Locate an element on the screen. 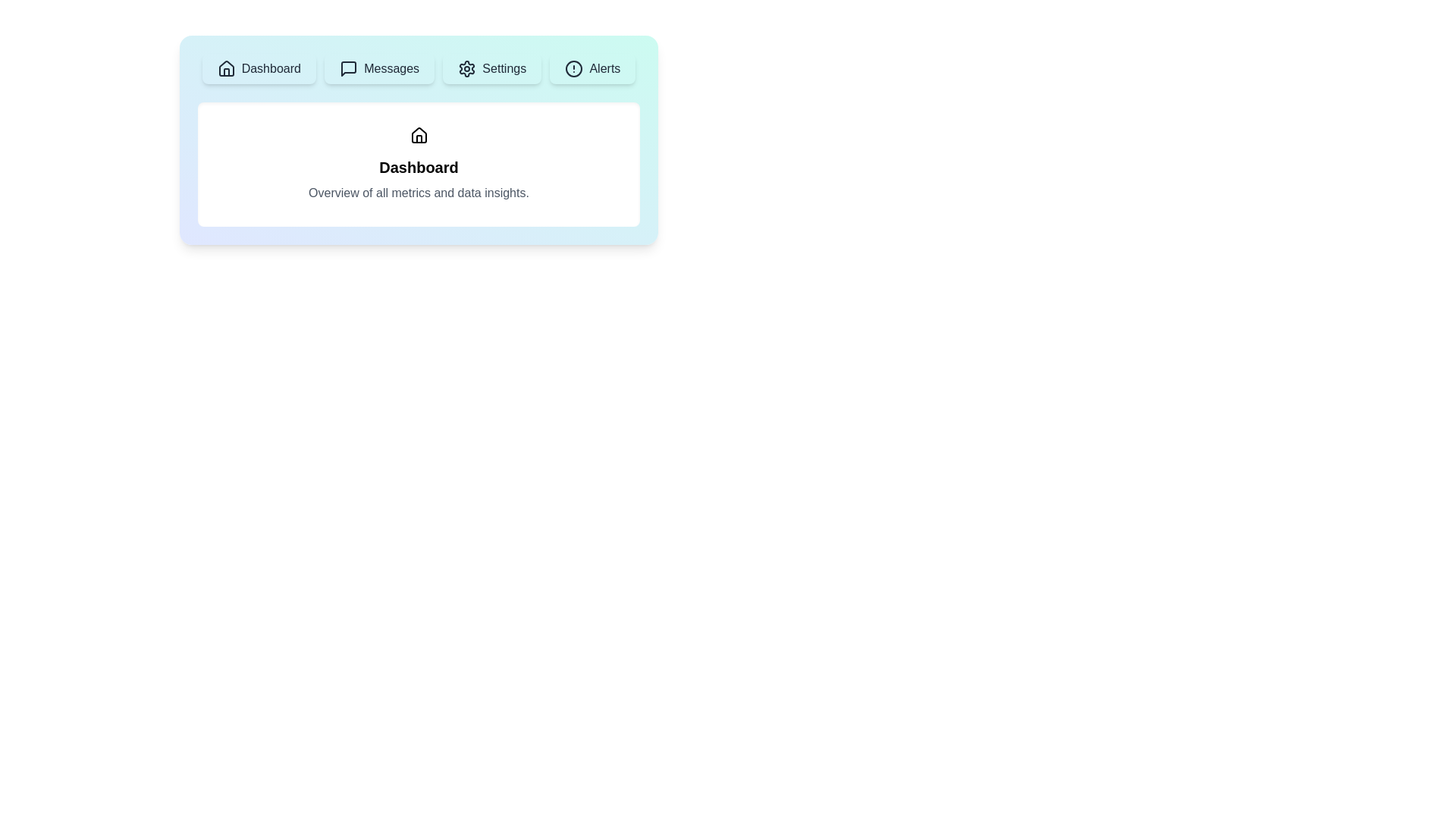  the Dashboard tab is located at coordinates (259, 69).